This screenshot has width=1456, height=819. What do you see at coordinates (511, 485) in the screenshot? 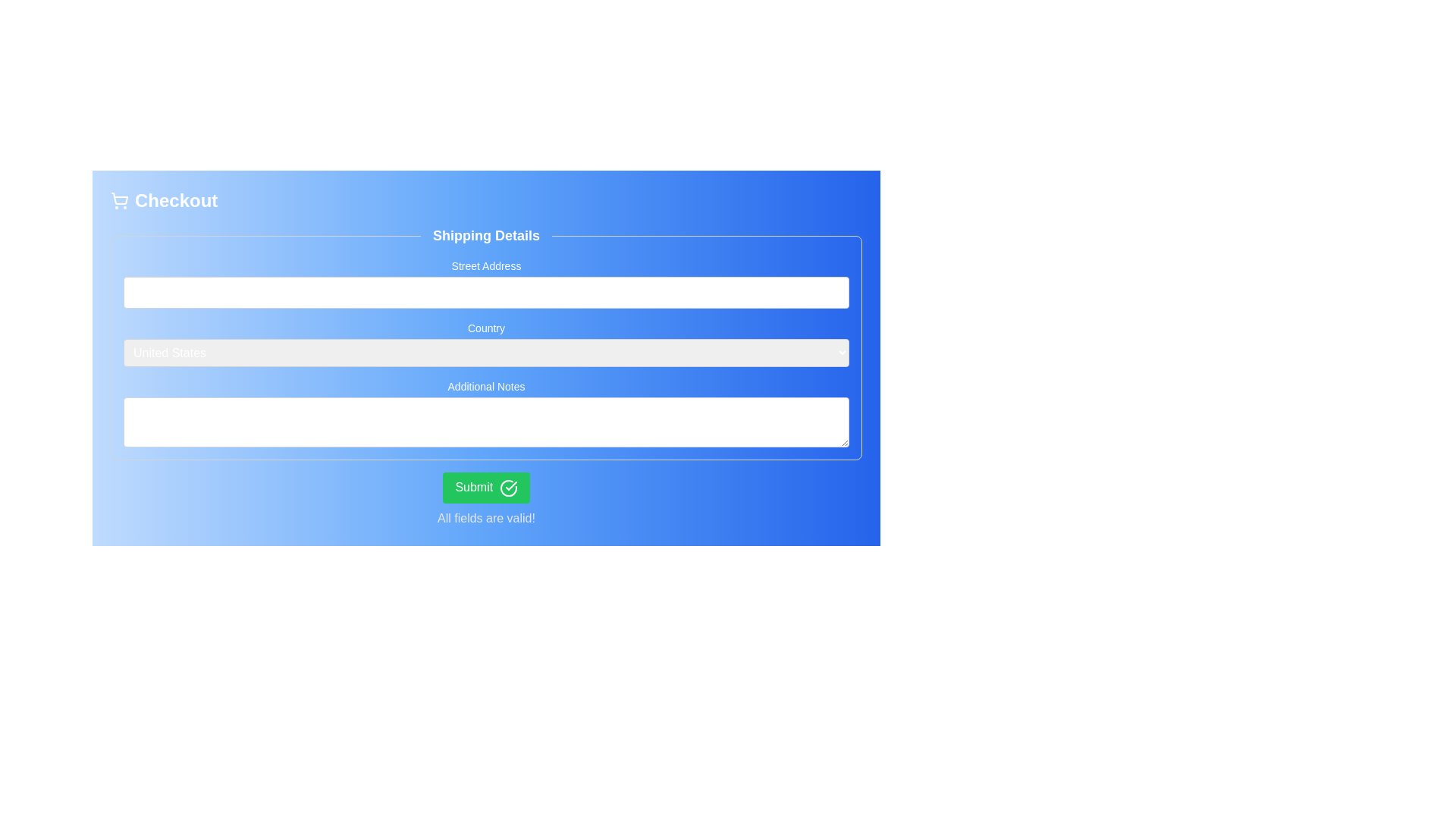
I see `the white checkmark icon located to the right of the 'Submit' button, which is at the bottom center of the interface and indicates that all fields are valid` at bounding box center [511, 485].